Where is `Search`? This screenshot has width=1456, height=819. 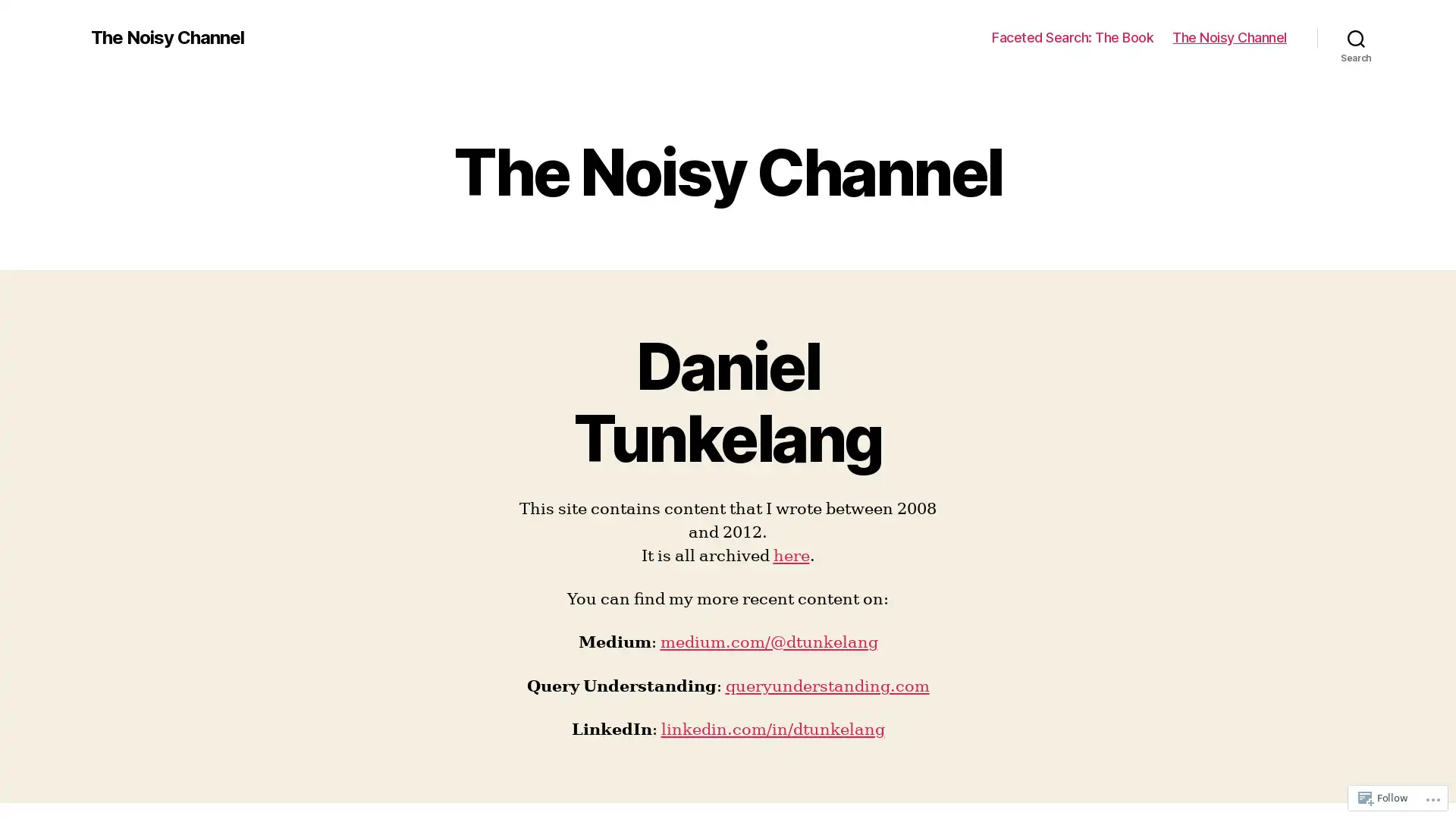
Search is located at coordinates (1356, 37).